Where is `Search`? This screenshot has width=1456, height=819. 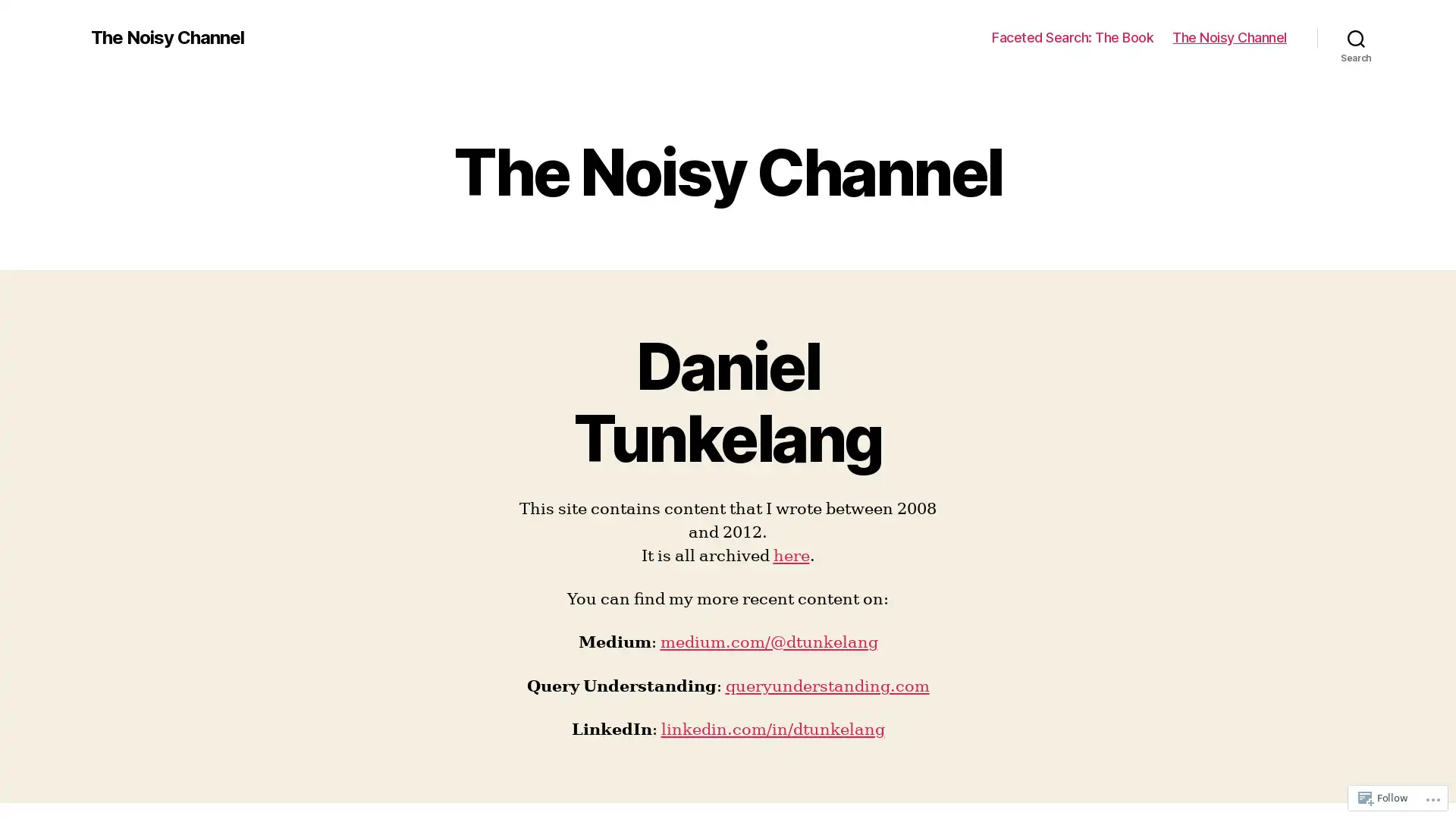
Search is located at coordinates (1356, 37).